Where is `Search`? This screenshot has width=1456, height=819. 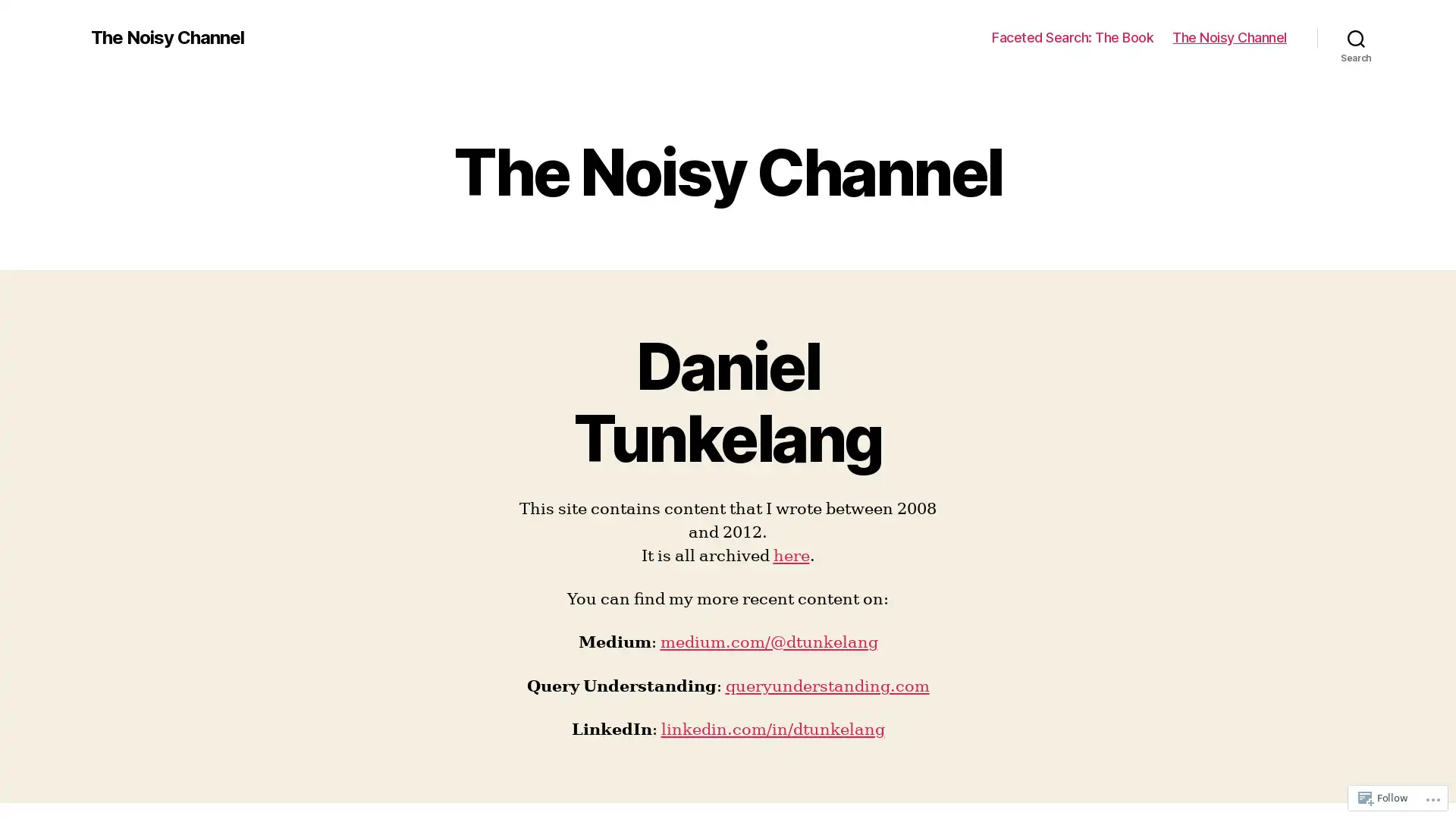
Search is located at coordinates (1356, 37).